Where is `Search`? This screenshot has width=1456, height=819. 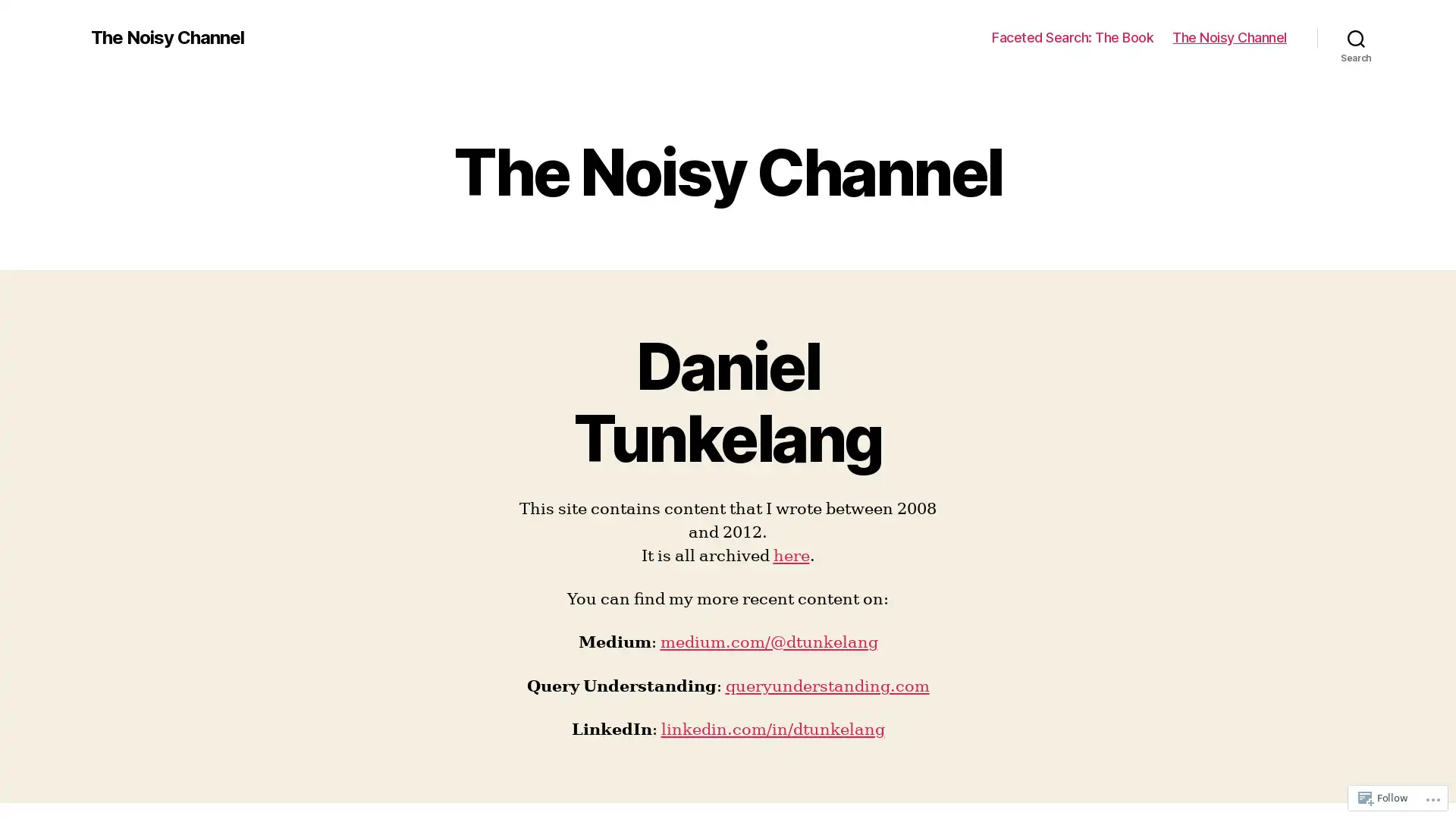
Search is located at coordinates (1356, 37).